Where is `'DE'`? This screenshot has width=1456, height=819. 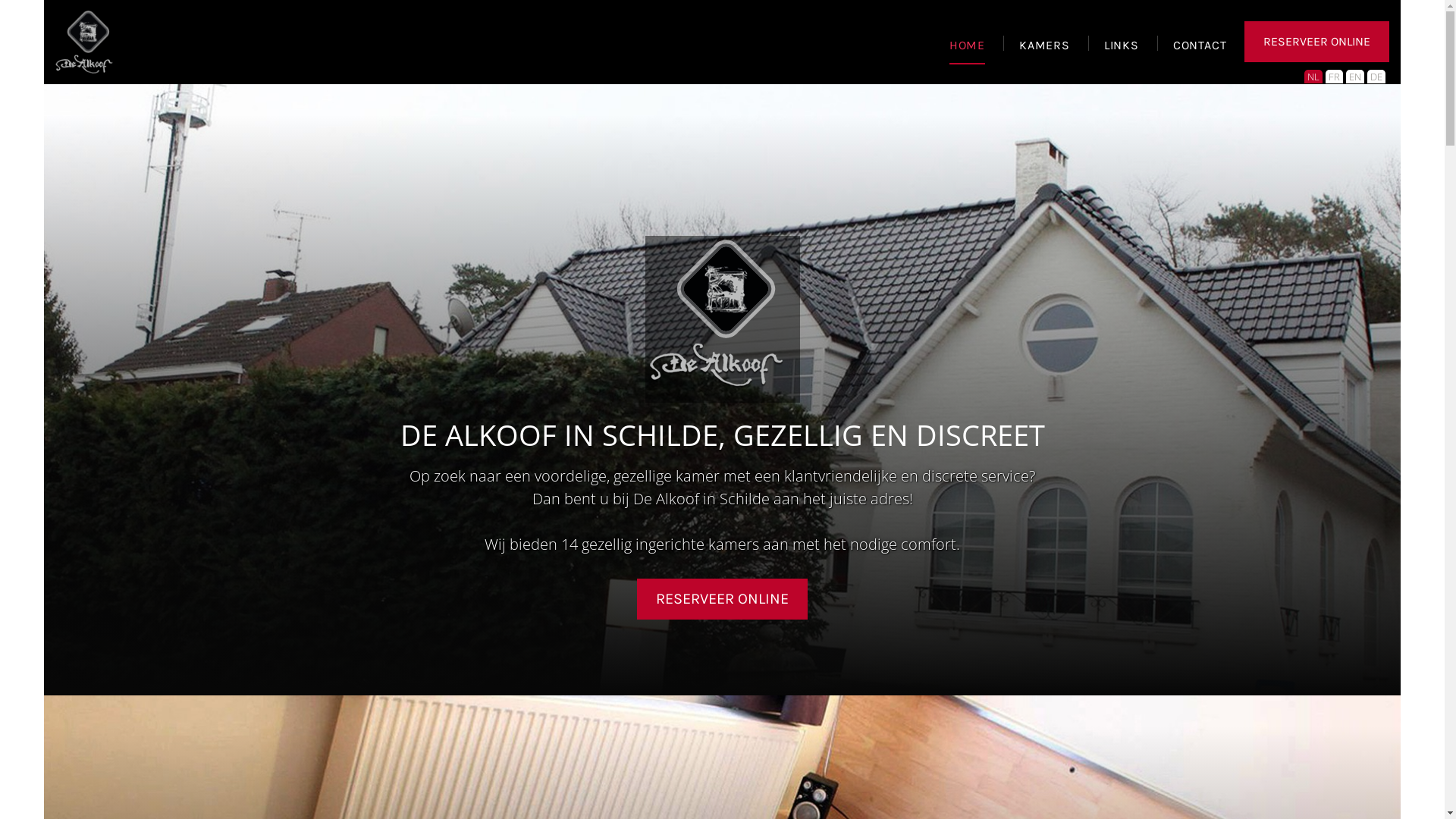
'DE' is located at coordinates (1376, 76).